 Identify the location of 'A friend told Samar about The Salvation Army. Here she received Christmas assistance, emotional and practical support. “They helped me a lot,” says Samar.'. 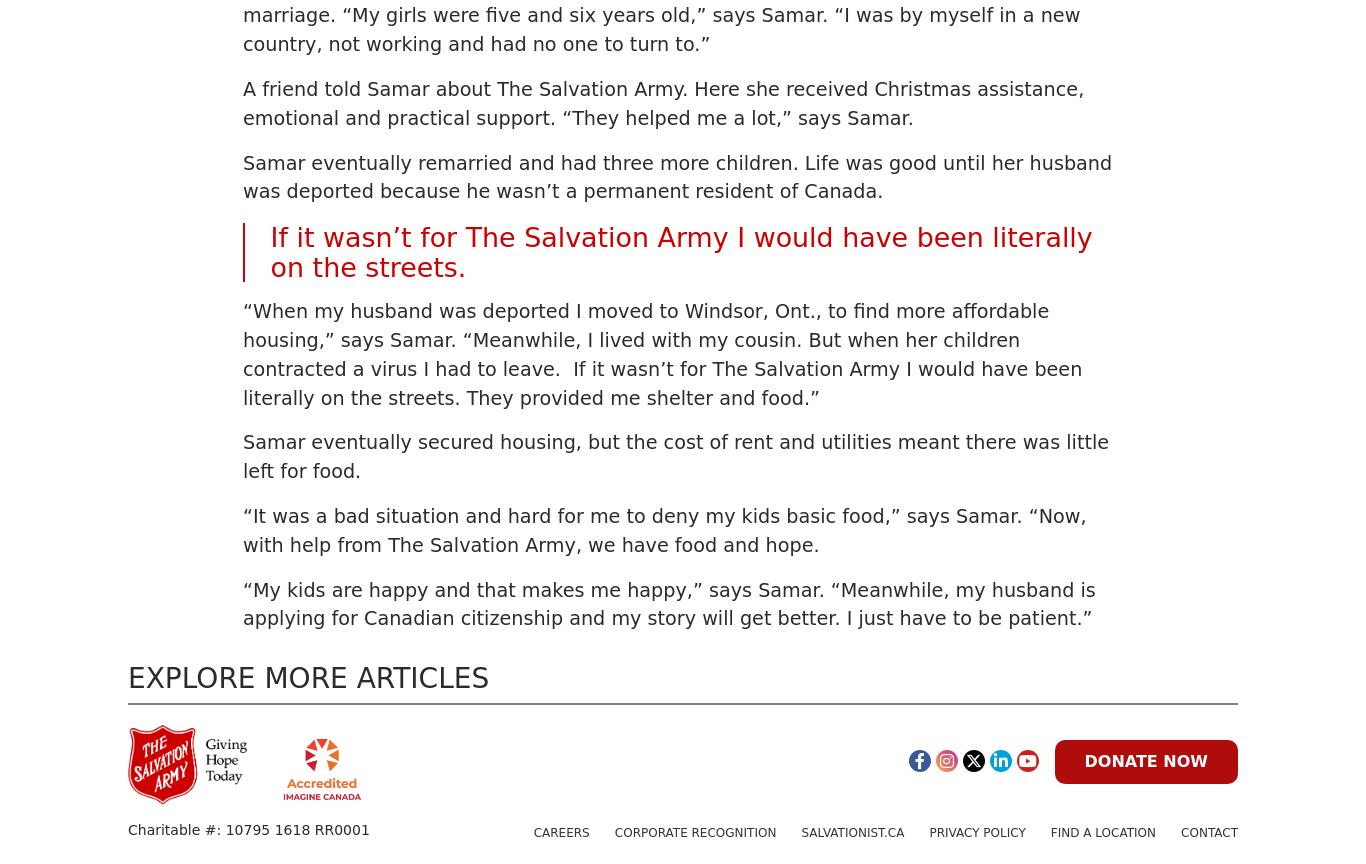
(662, 102).